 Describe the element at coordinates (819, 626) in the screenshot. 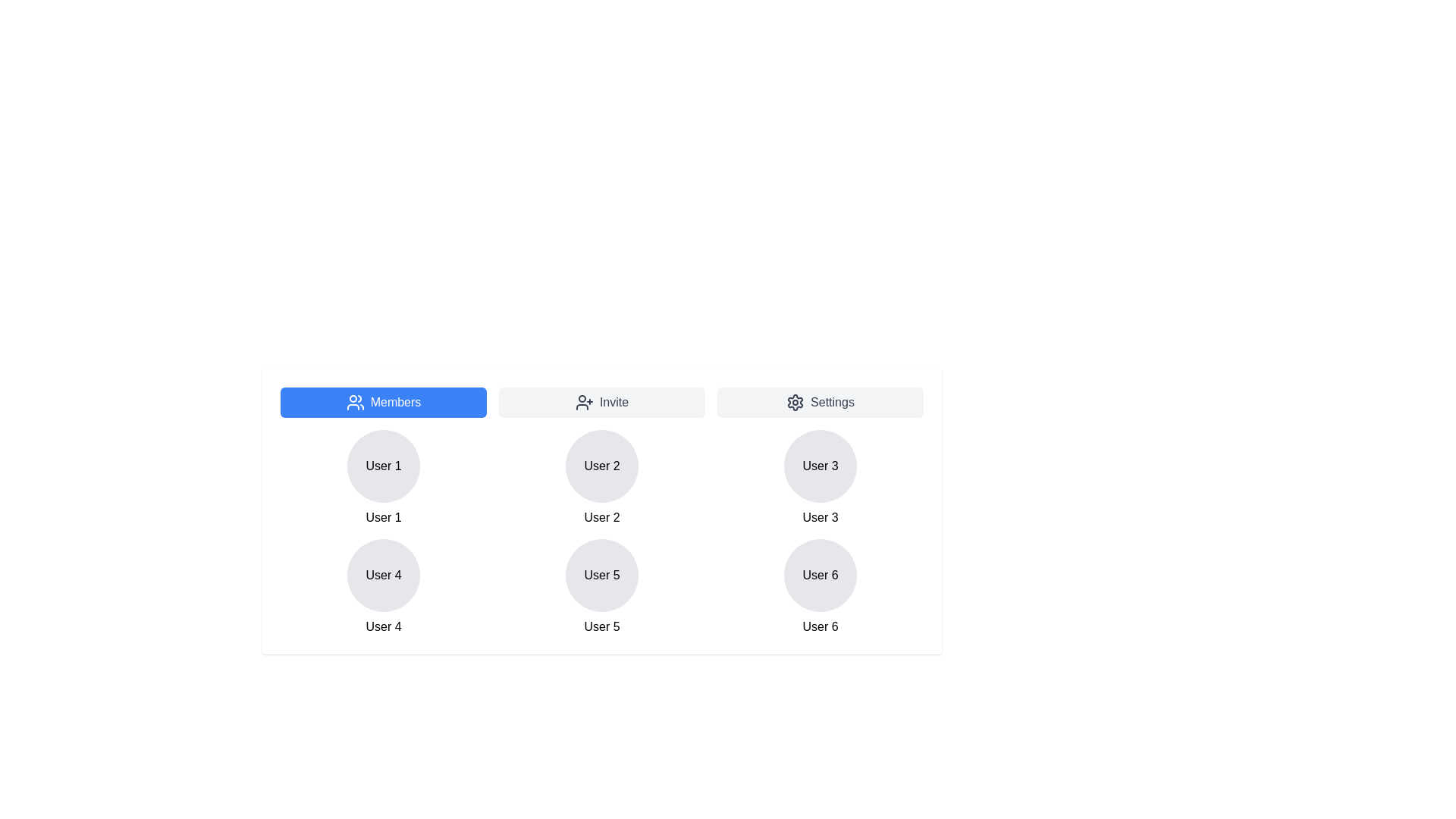

I see `text label 'User 6' located below the circular avatar in the Settings group, positioned at the bottom of the rightmost column` at that location.